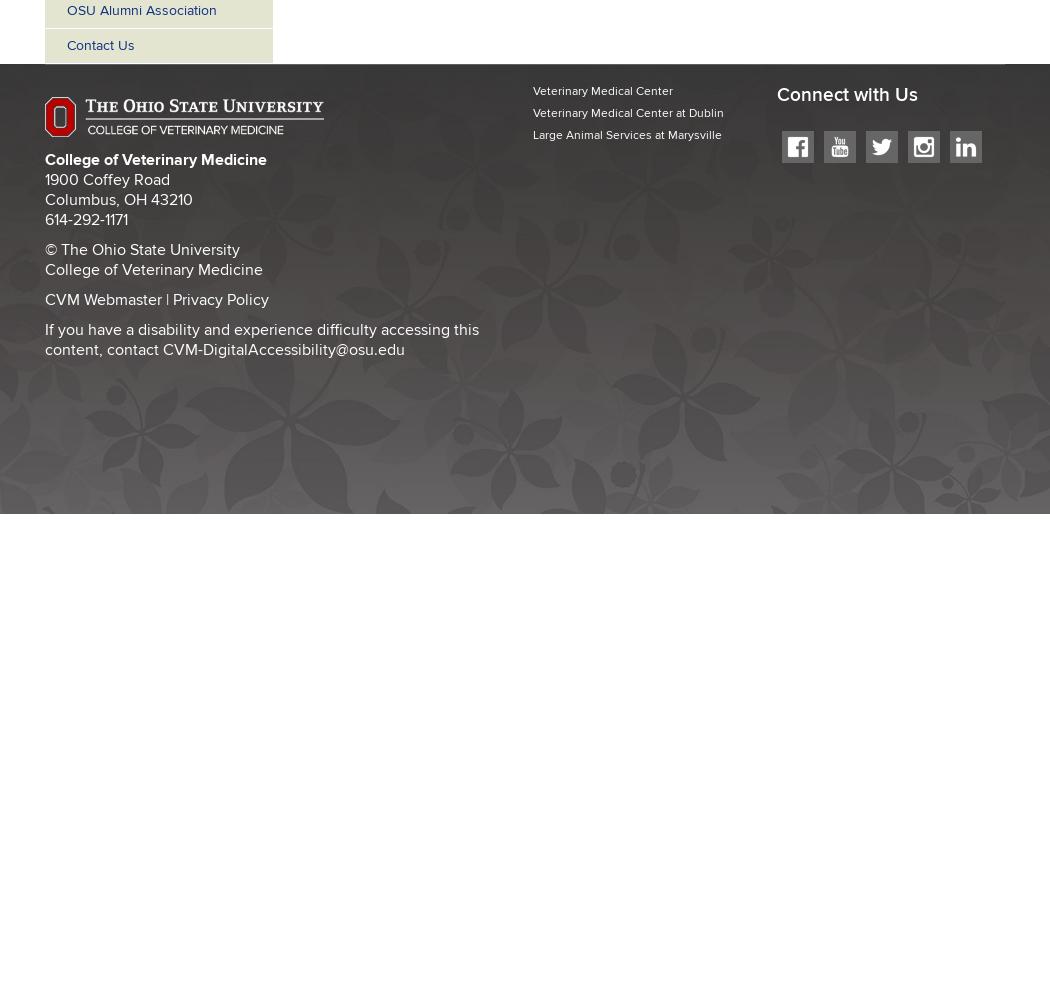  Describe the element at coordinates (603, 89) in the screenshot. I see `'Veterinary Medical Center'` at that location.